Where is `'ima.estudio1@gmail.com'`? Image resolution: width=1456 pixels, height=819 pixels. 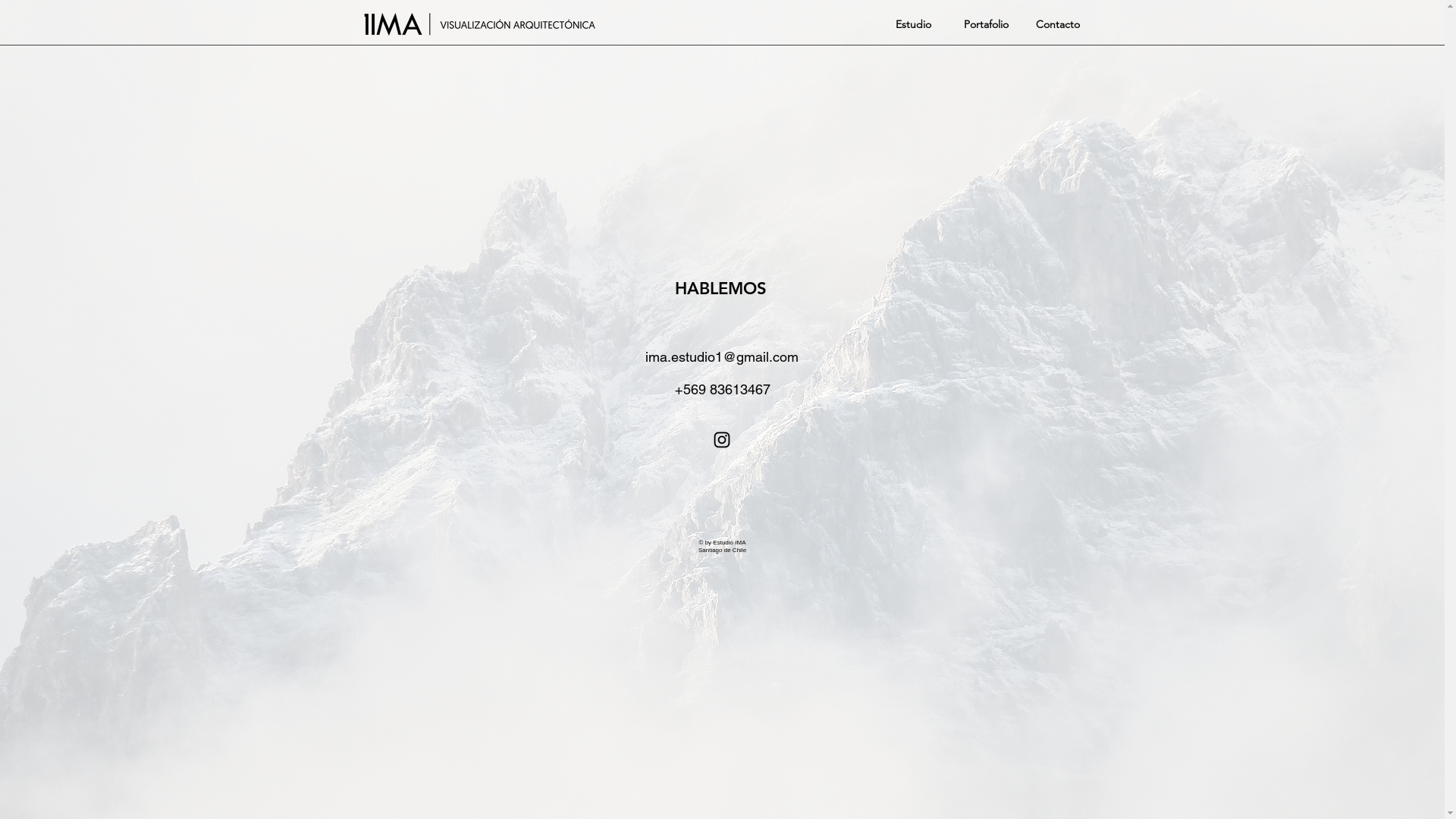 'ima.estudio1@gmail.com' is located at coordinates (721, 356).